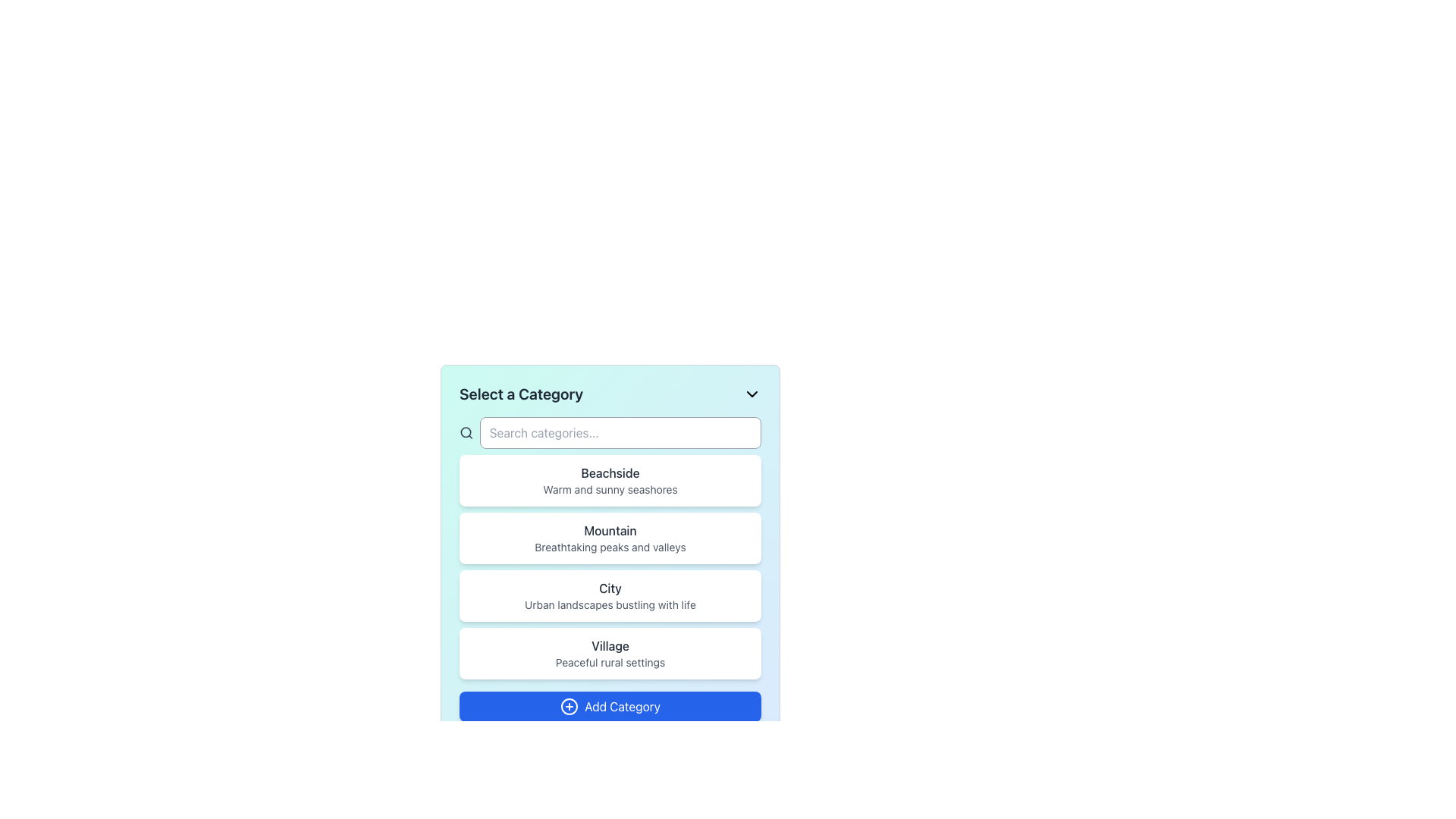 The width and height of the screenshot is (1456, 819). I want to click on the second selectable card element in the category selection section, which has a white background, rounded corners, and contains the text 'Mountain' and 'Breathtaking peaks and valleys', to apply visual changes, so click(610, 537).